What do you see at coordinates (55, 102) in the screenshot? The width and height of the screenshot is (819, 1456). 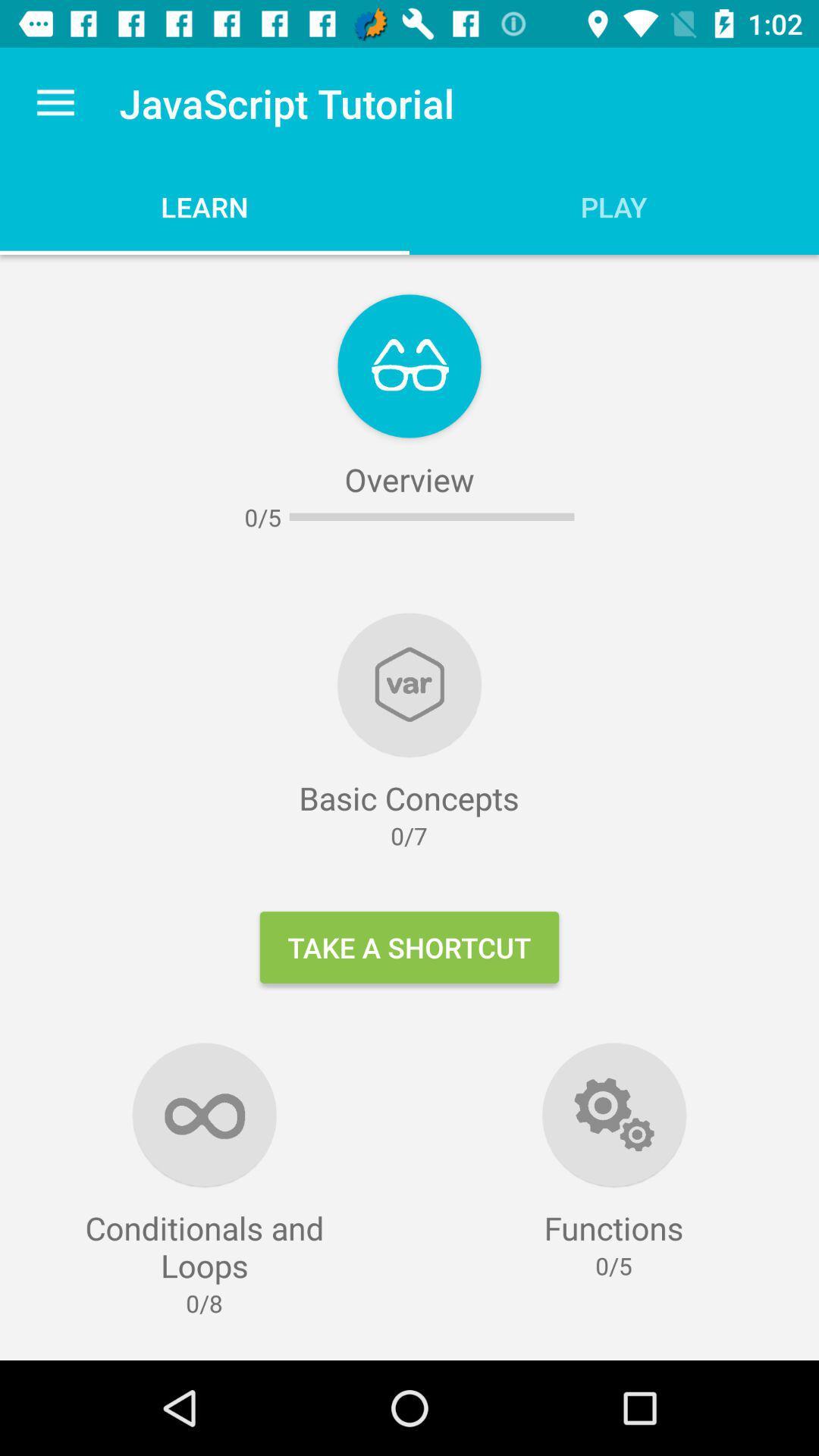 I see `the icon next to the javascript tutorial` at bounding box center [55, 102].